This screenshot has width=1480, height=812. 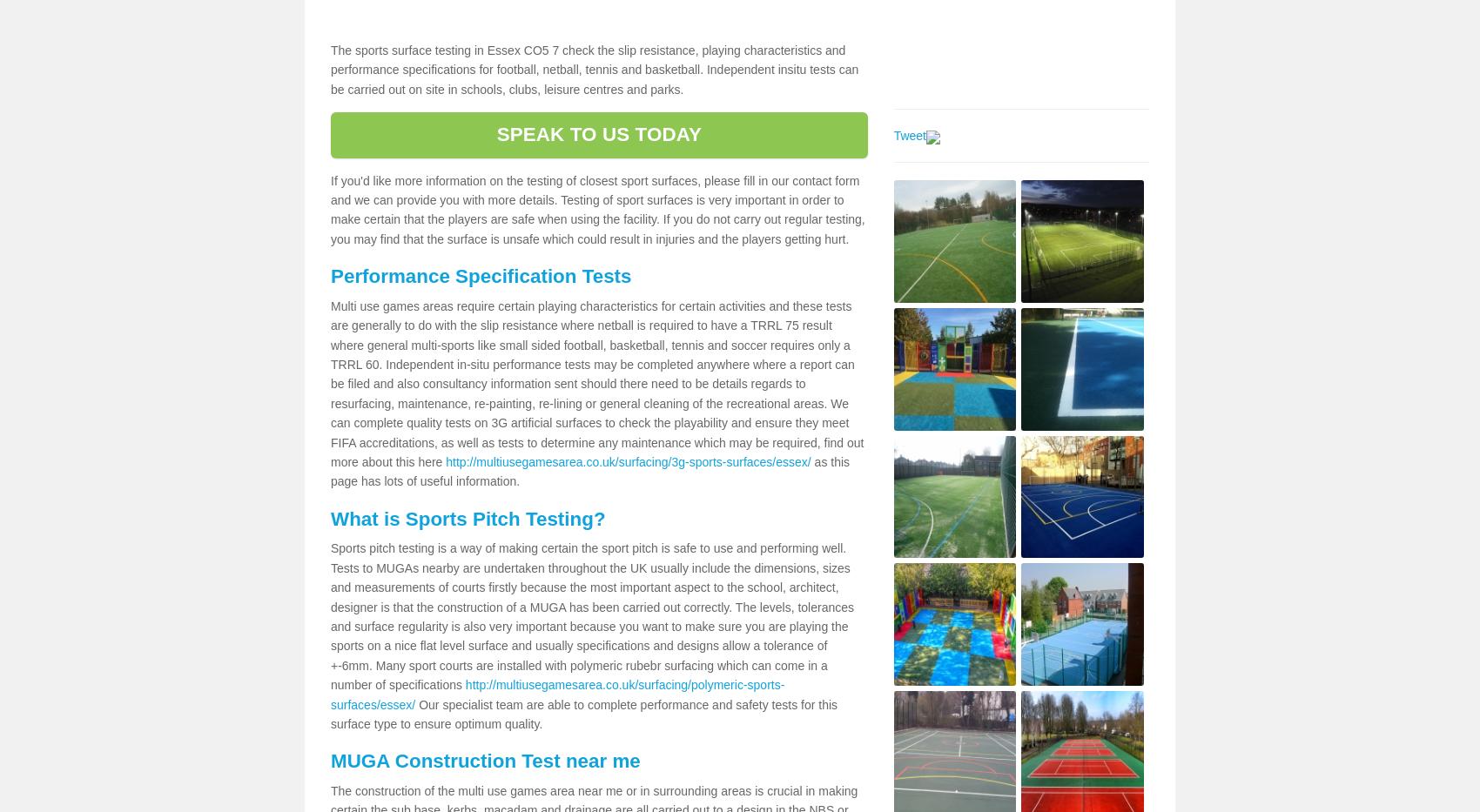 I want to click on 'MUGA Construction Test near me', so click(x=484, y=760).